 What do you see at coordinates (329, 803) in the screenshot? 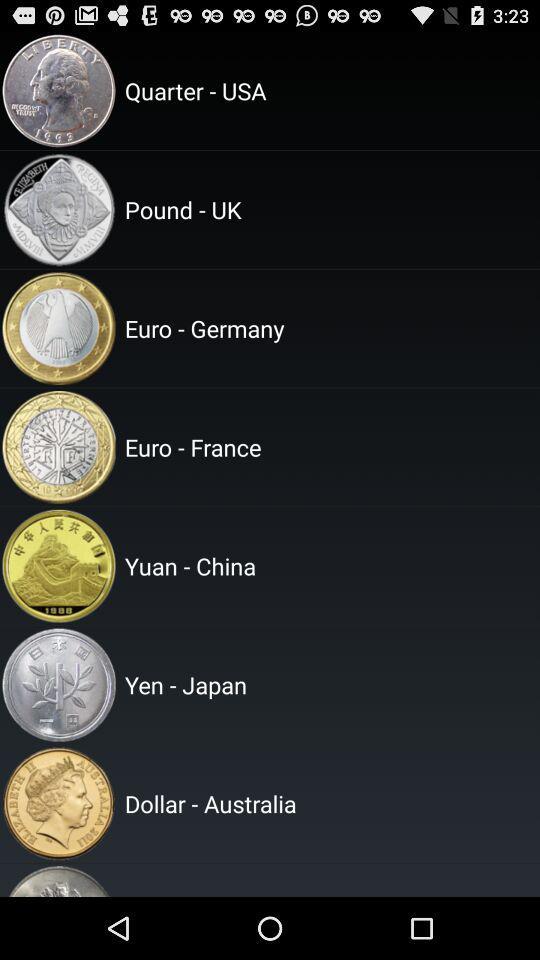
I see `the dollar - australia item` at bounding box center [329, 803].